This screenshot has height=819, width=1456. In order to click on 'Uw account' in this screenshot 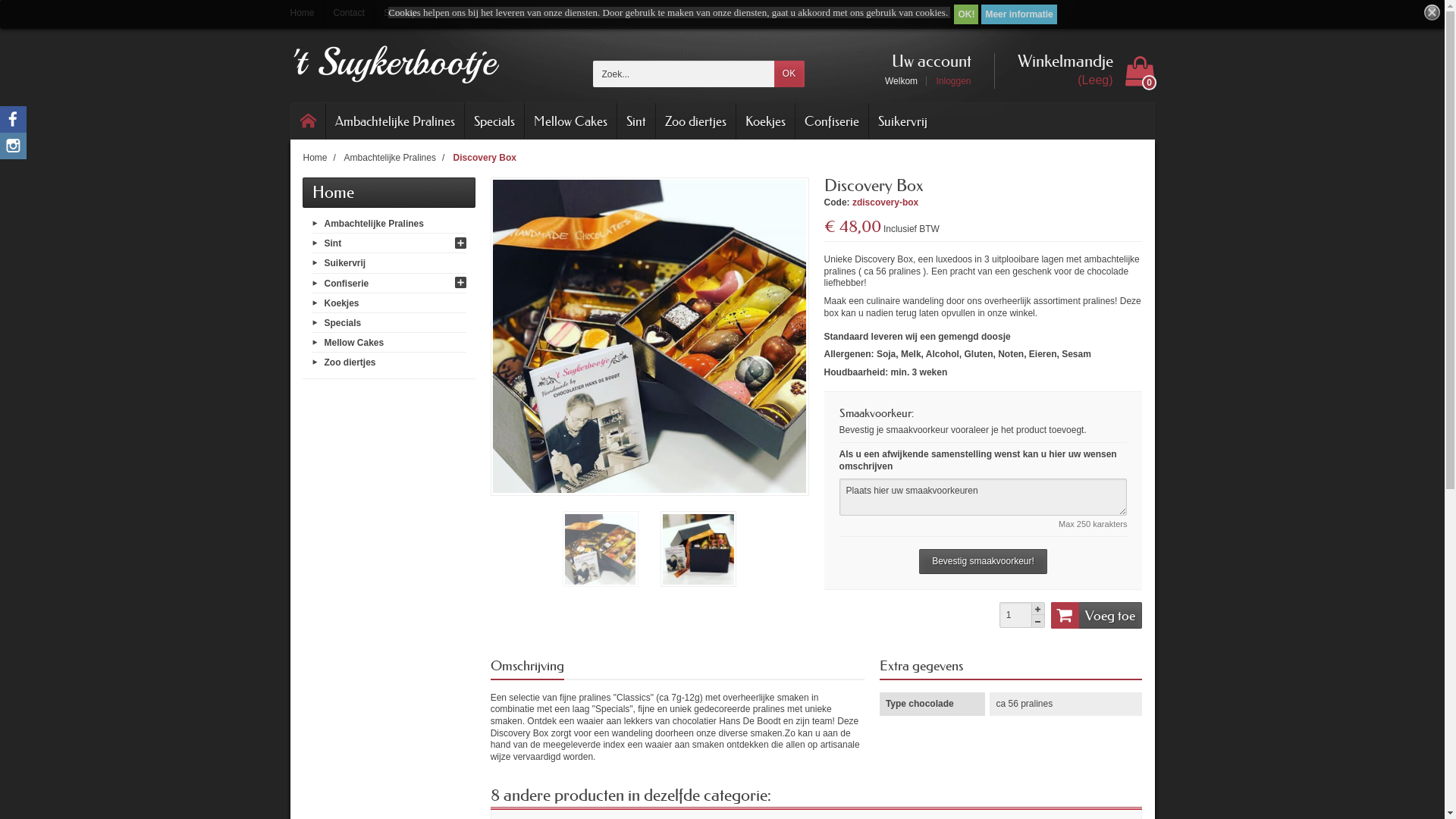, I will do `click(927, 61)`.